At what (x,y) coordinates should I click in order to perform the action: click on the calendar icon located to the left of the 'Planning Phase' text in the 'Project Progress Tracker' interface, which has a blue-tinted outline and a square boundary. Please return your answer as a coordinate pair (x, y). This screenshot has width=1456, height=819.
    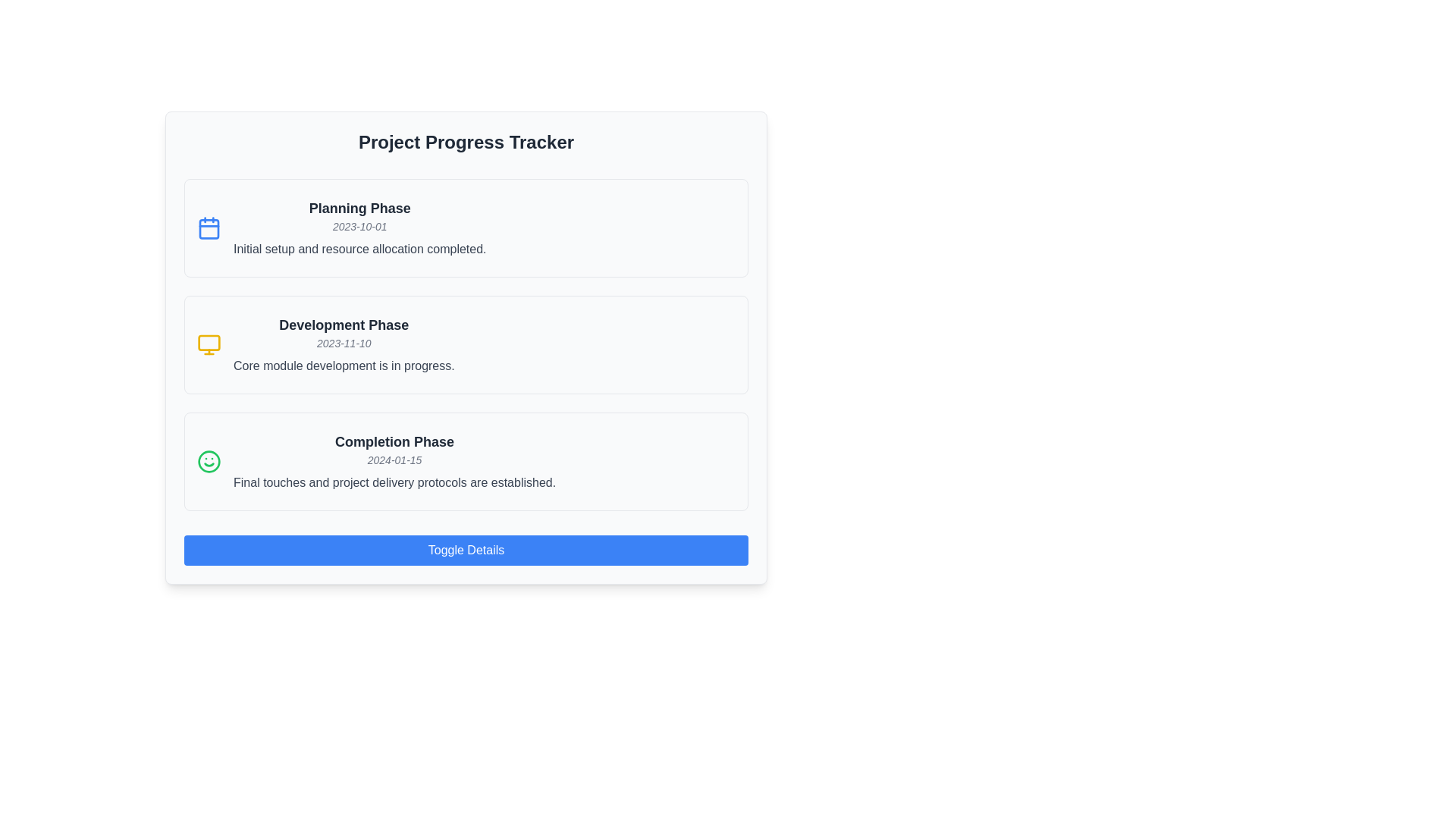
    Looking at the image, I should click on (208, 227).